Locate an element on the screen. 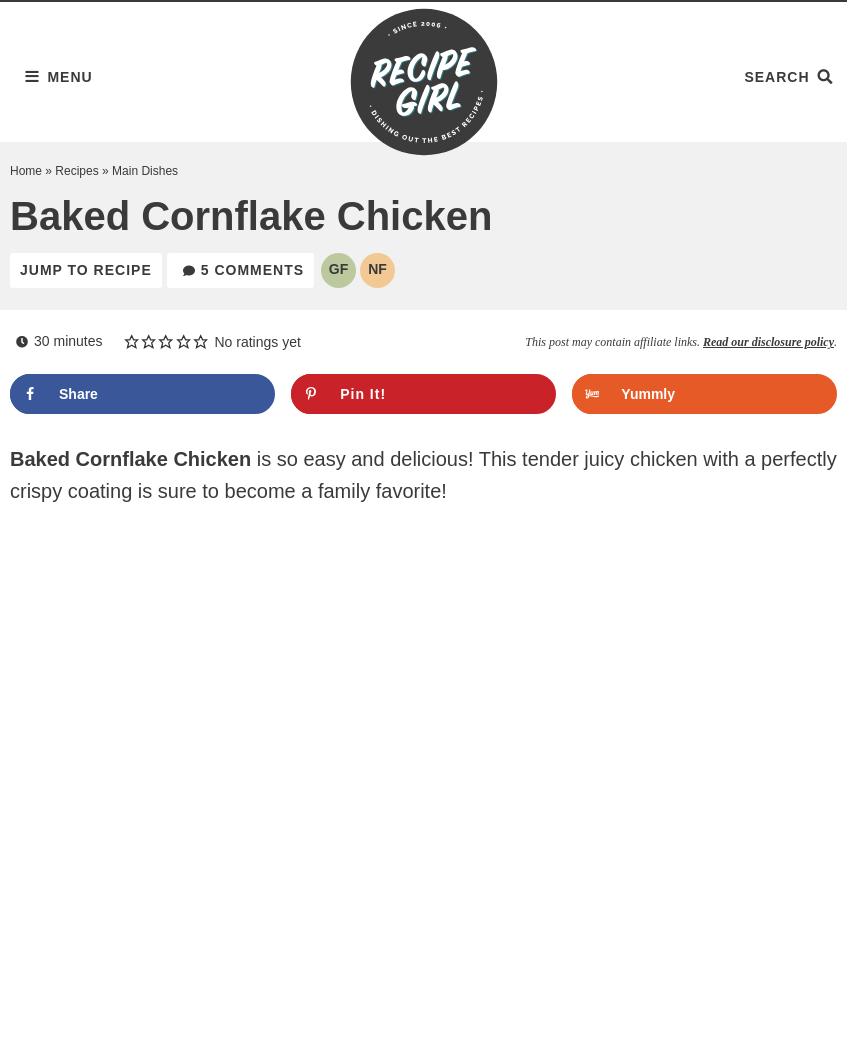  'No ratings yet' is located at coordinates (213, 341).